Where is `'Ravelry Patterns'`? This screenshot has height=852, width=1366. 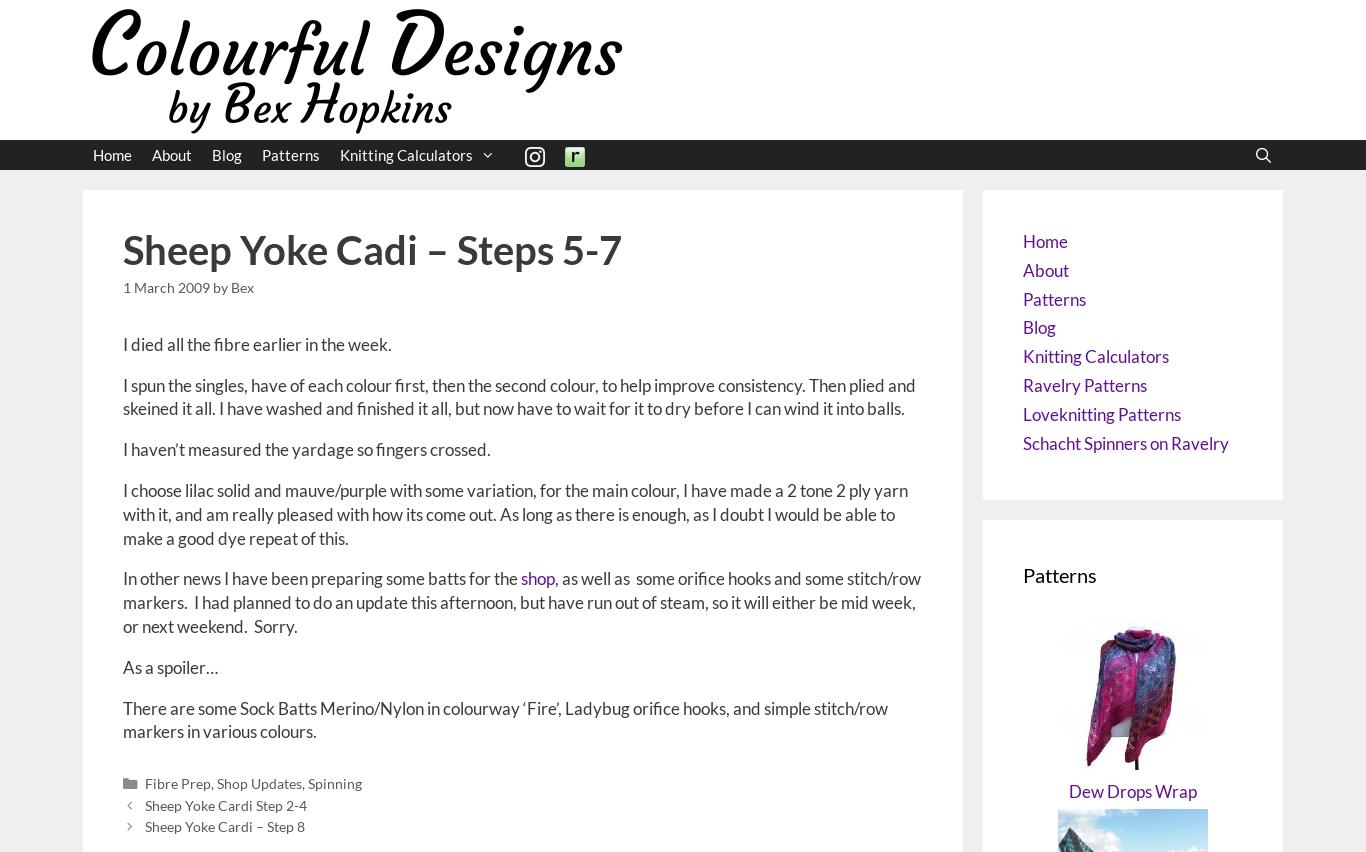 'Ravelry Patterns' is located at coordinates (1084, 383).